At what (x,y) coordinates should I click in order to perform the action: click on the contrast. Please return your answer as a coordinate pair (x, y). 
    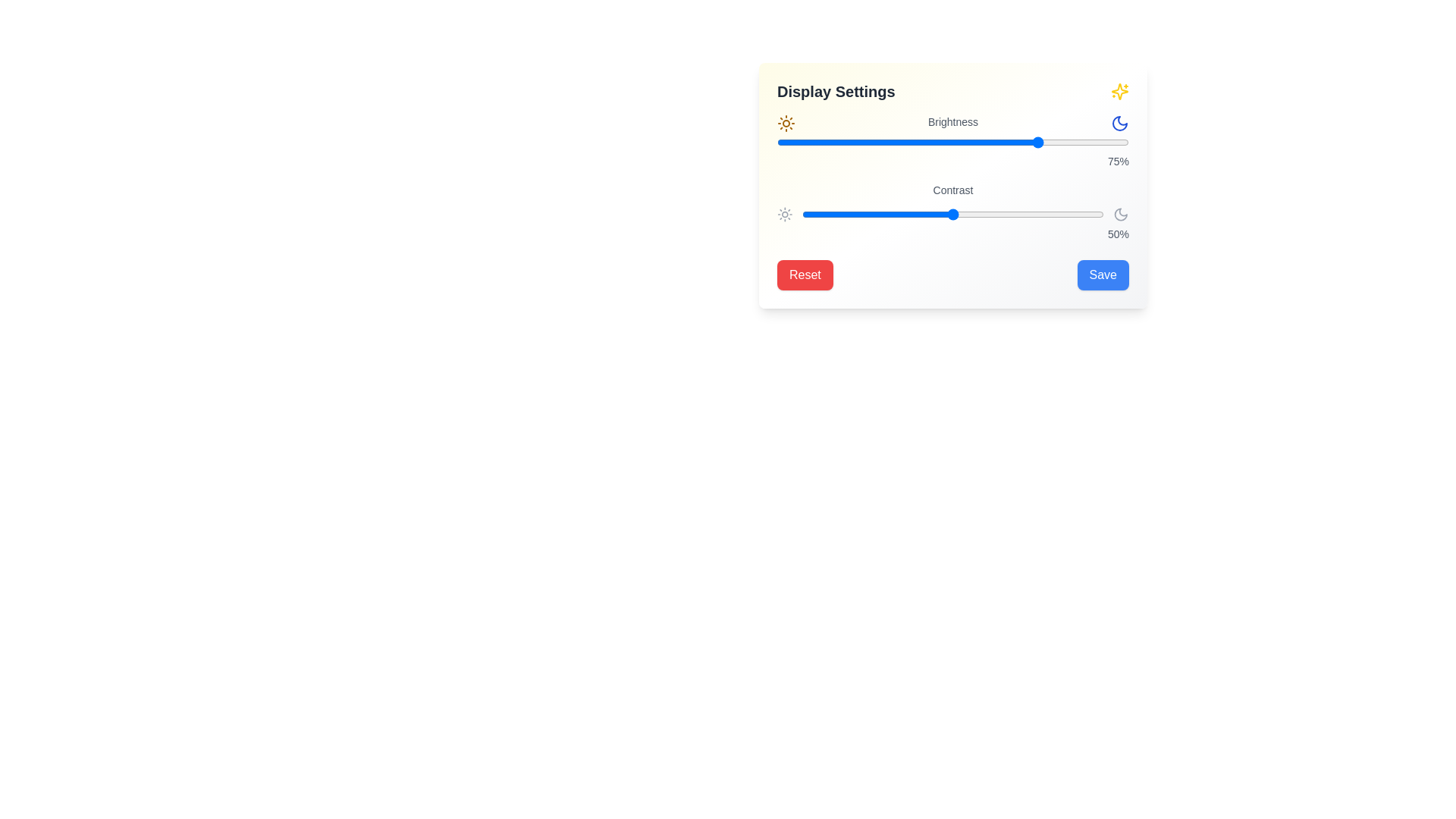
    Looking at the image, I should click on (967, 214).